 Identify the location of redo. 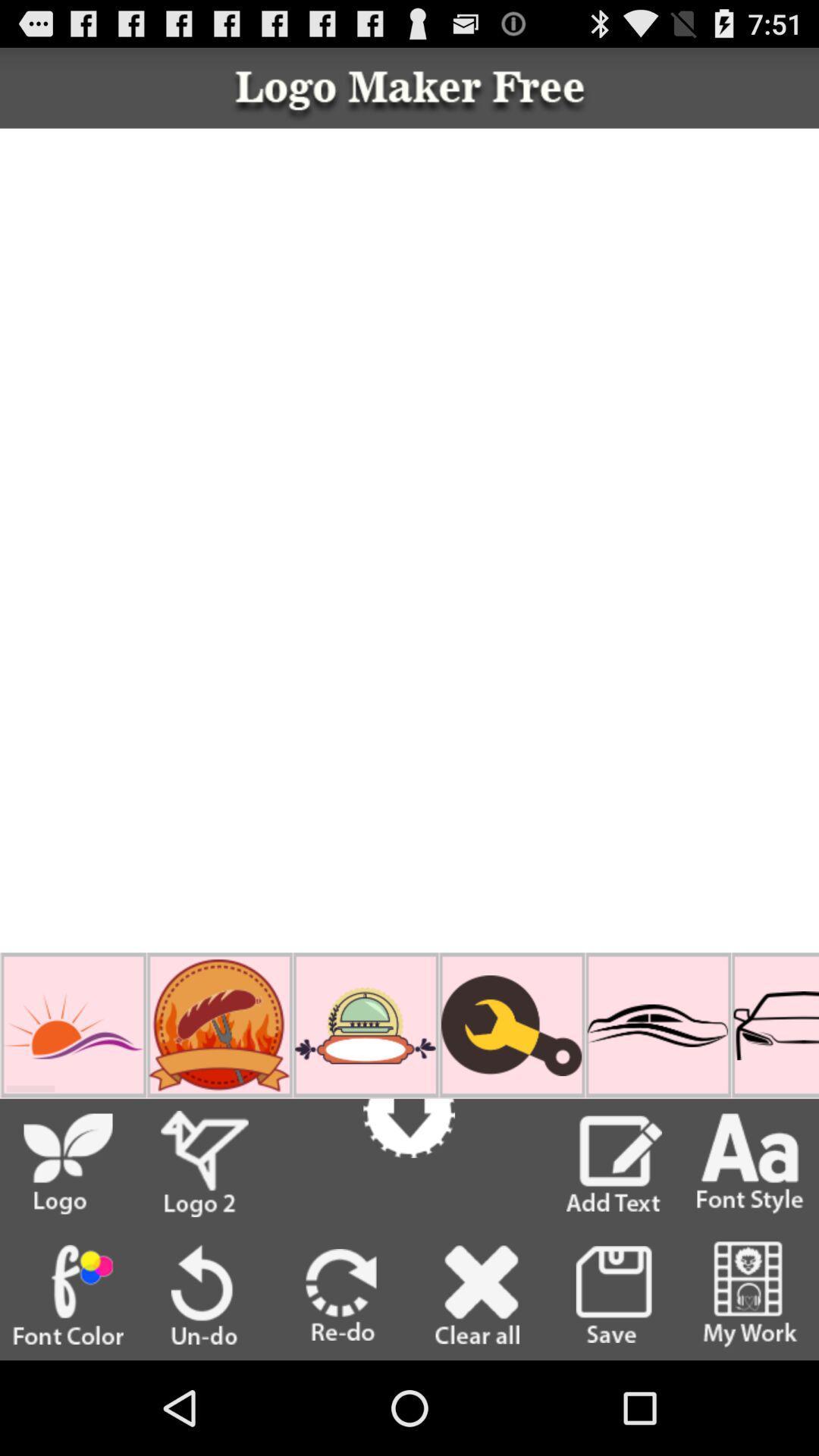
(341, 1294).